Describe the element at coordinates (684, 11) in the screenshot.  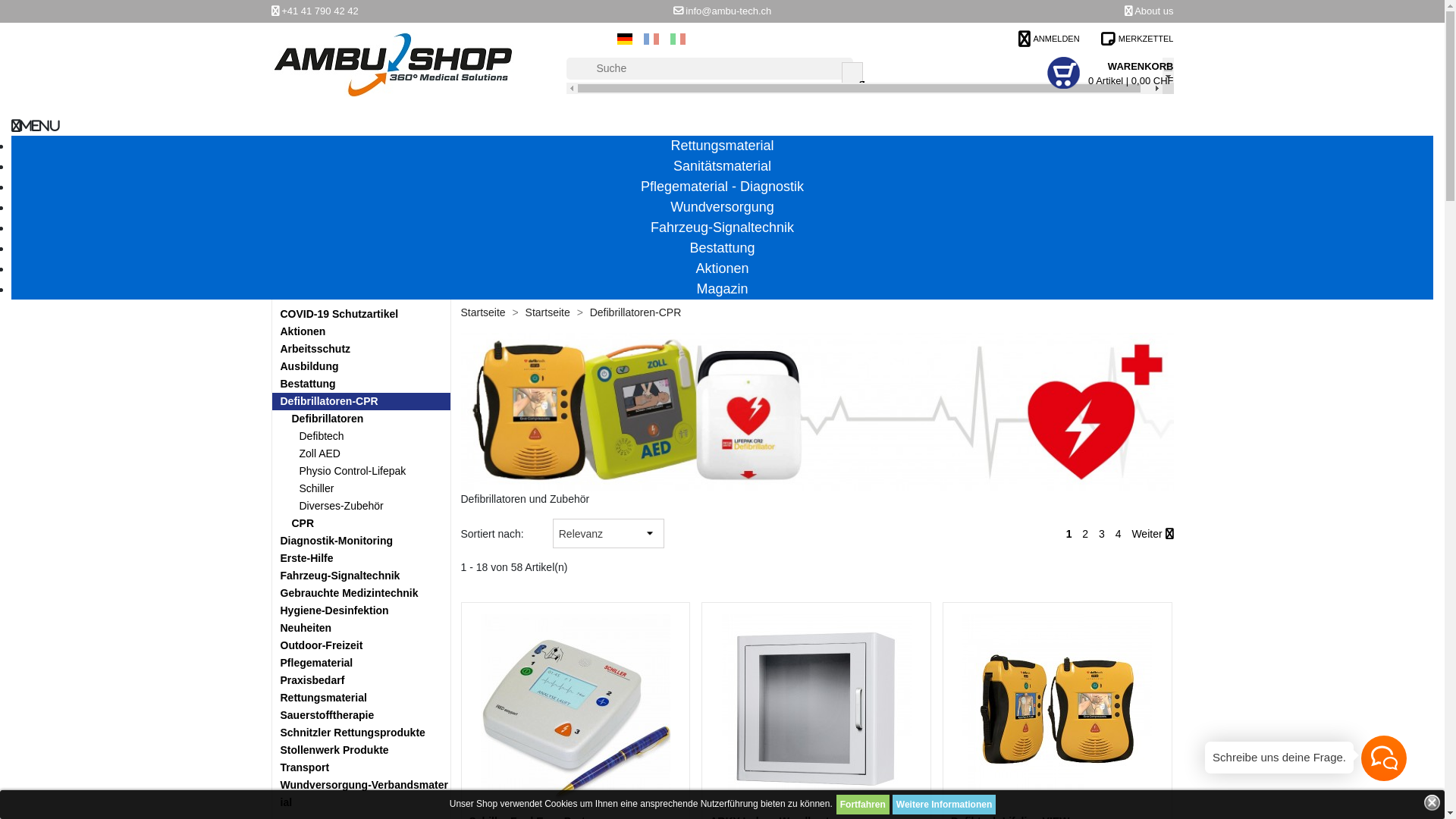
I see `'info@ambu-tech.ch'` at that location.